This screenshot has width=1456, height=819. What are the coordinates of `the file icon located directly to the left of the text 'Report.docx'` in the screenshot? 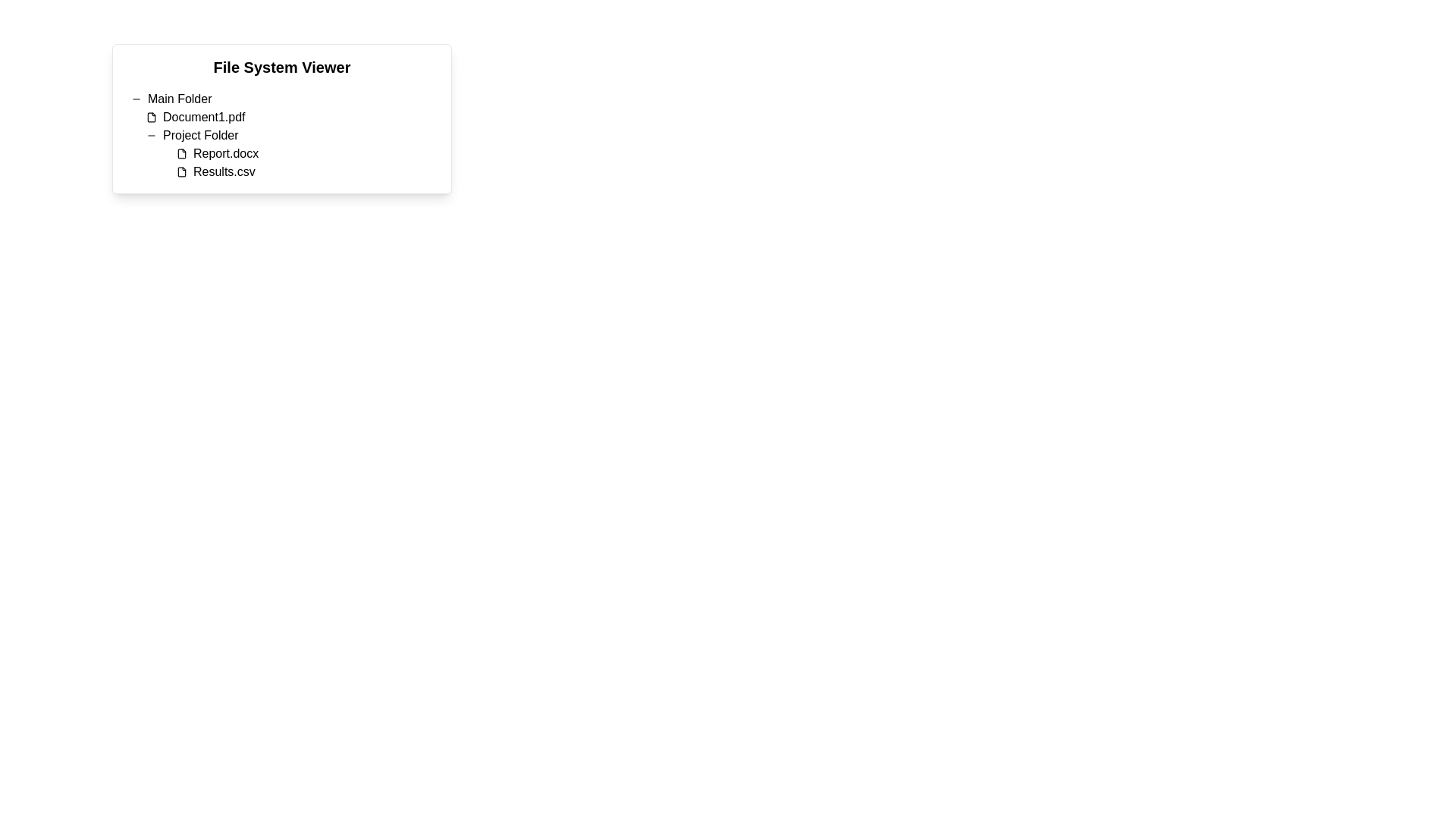 It's located at (182, 154).